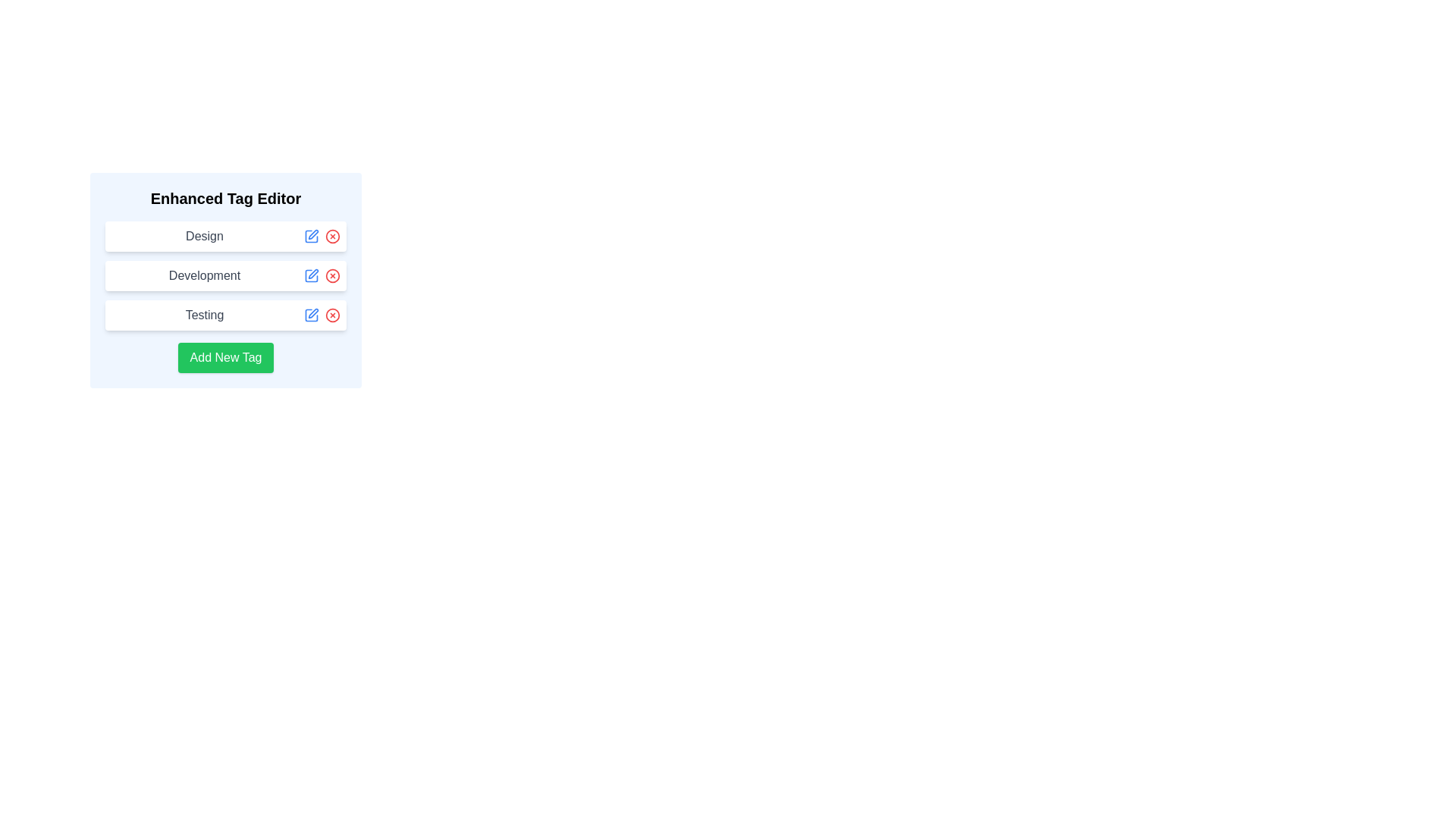 This screenshot has width=1456, height=819. Describe the element at coordinates (312, 312) in the screenshot. I see `the edit icon for the 'Testing' tag in the 'Enhanced Tag Editor' interface, which is located to the right of the 'Testing' label` at that location.